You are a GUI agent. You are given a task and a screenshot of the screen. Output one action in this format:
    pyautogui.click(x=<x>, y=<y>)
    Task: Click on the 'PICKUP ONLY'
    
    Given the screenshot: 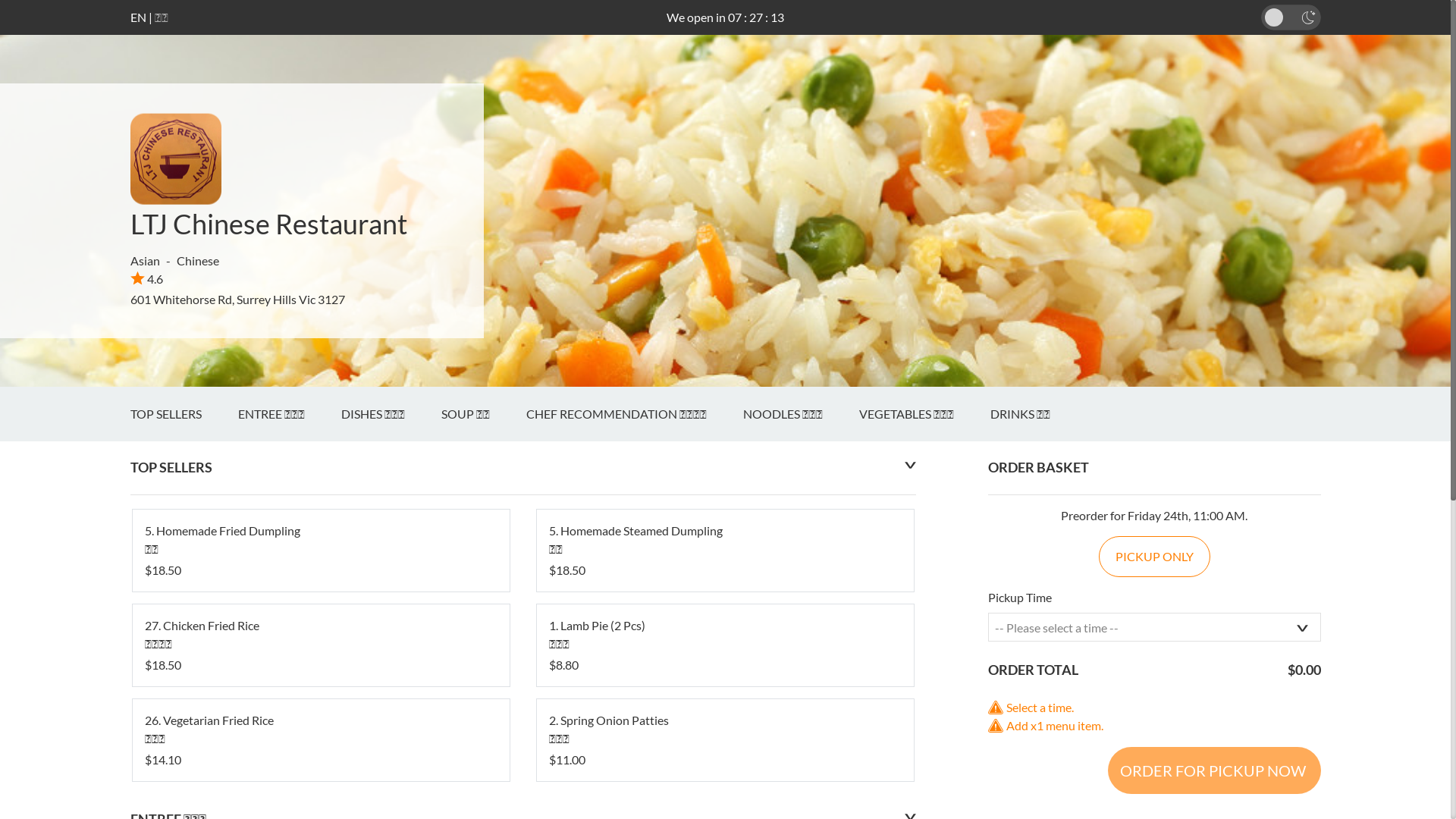 What is the action you would take?
    pyautogui.click(x=1153, y=556)
    